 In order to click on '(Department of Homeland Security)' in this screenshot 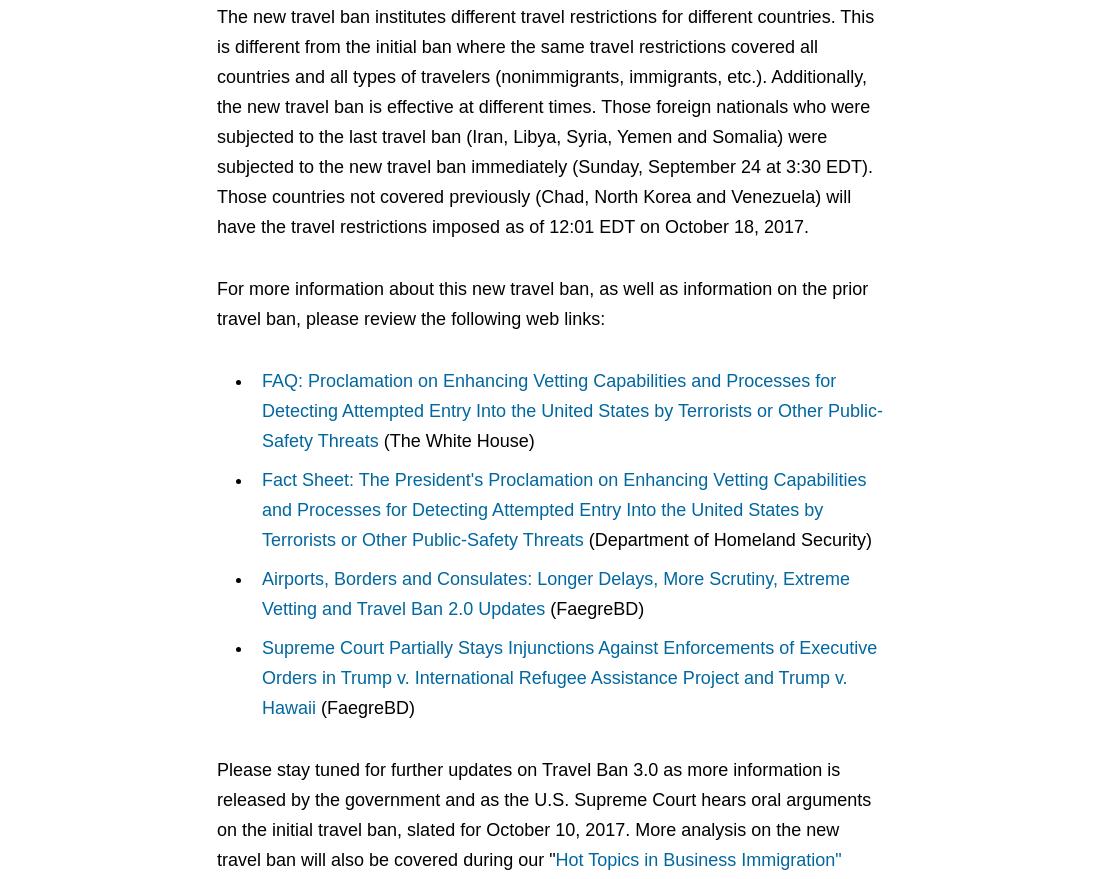, I will do `click(725, 539)`.